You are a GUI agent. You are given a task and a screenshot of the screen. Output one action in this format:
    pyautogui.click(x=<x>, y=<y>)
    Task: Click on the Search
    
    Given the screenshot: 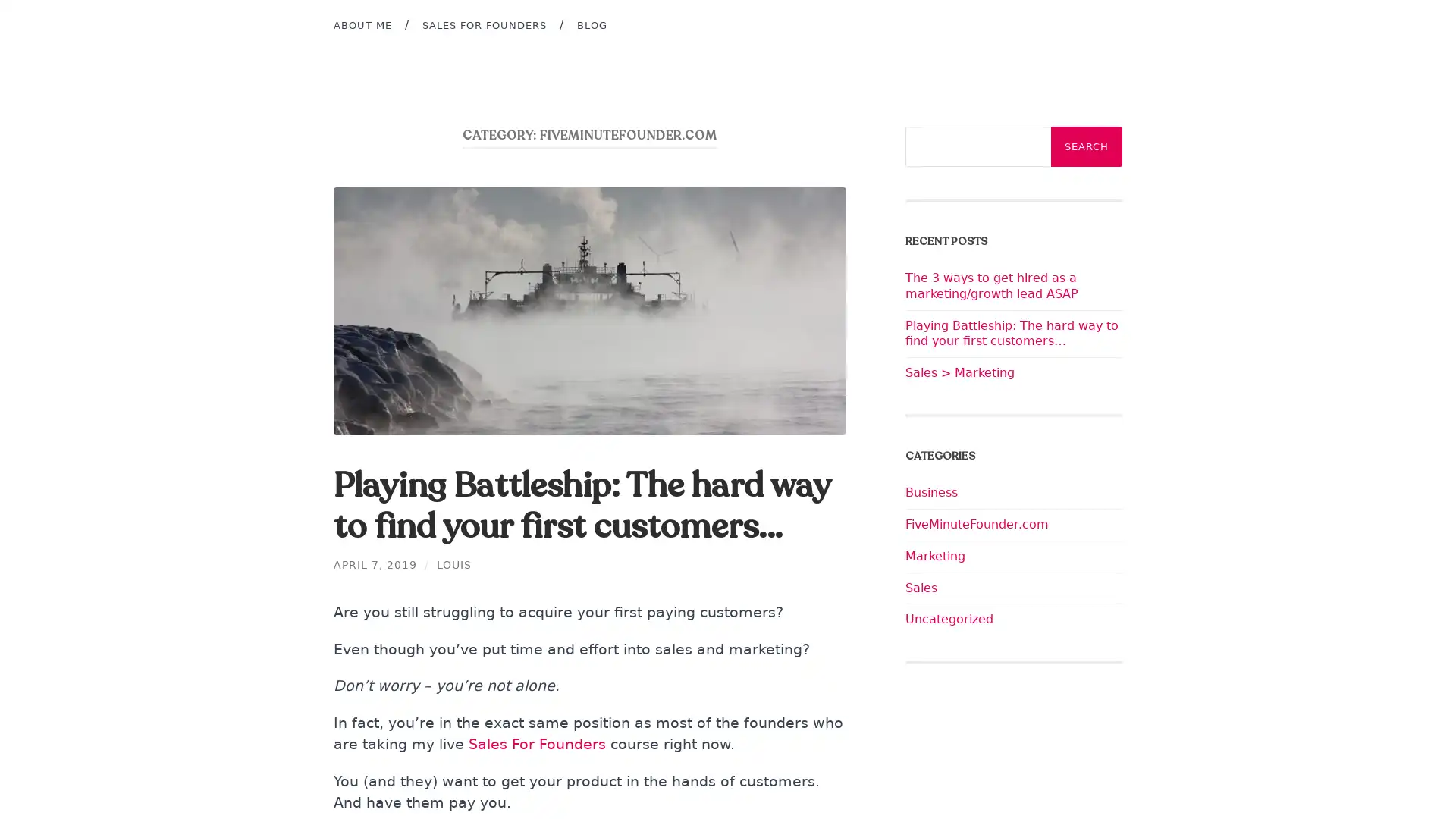 What is the action you would take?
    pyautogui.click(x=1086, y=146)
    